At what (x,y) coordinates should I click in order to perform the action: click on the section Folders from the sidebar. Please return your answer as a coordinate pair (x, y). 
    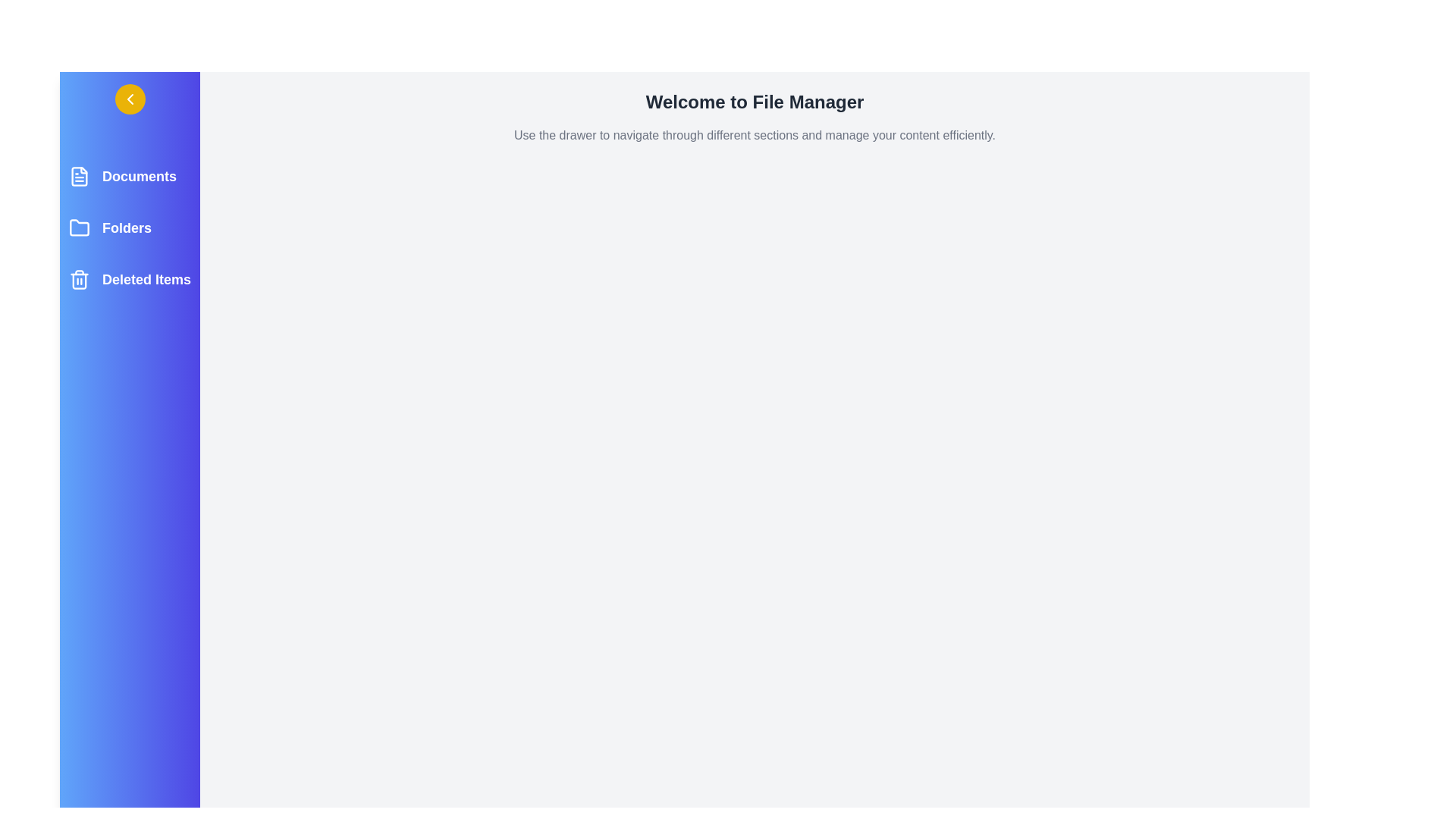
    Looking at the image, I should click on (130, 227).